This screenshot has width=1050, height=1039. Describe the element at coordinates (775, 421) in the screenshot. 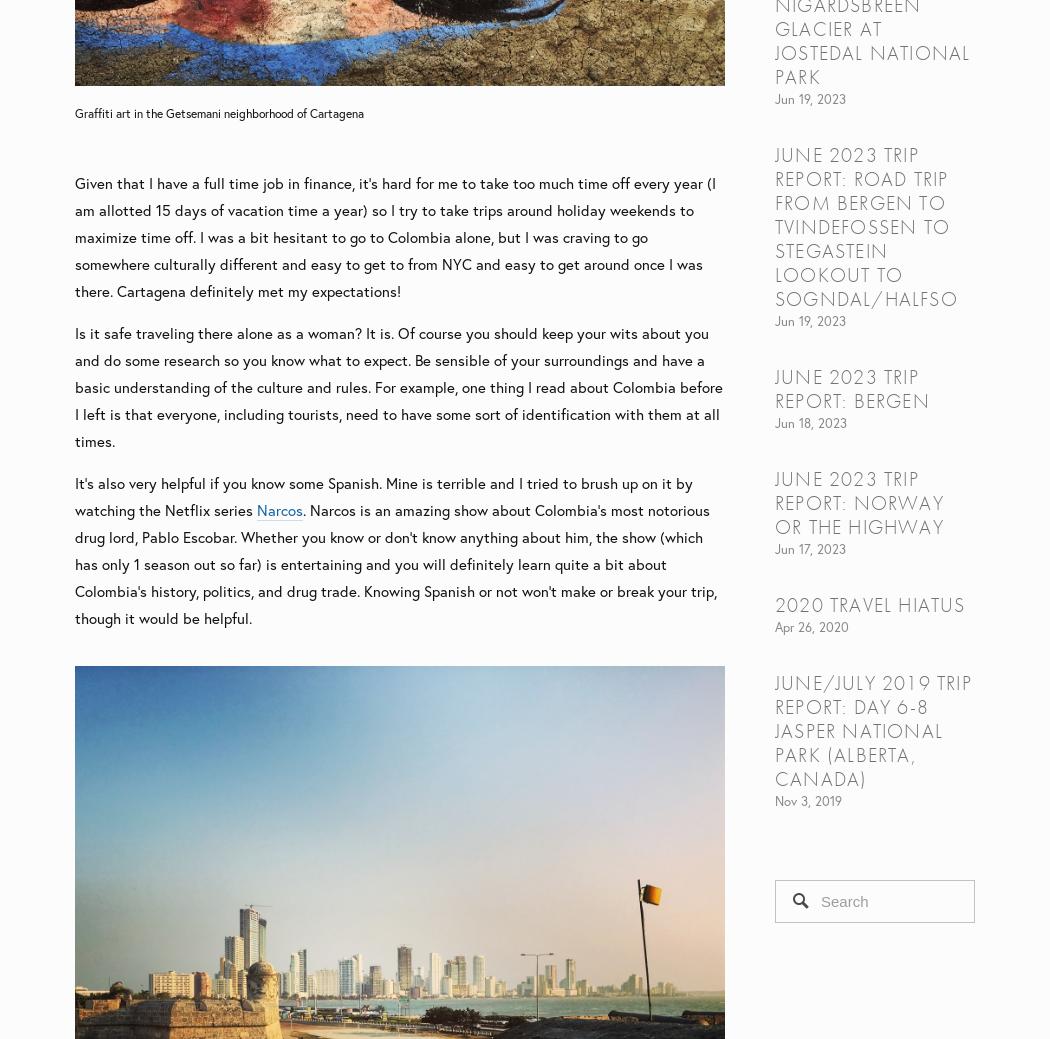

I see `'Jun 18, 2023'` at that location.